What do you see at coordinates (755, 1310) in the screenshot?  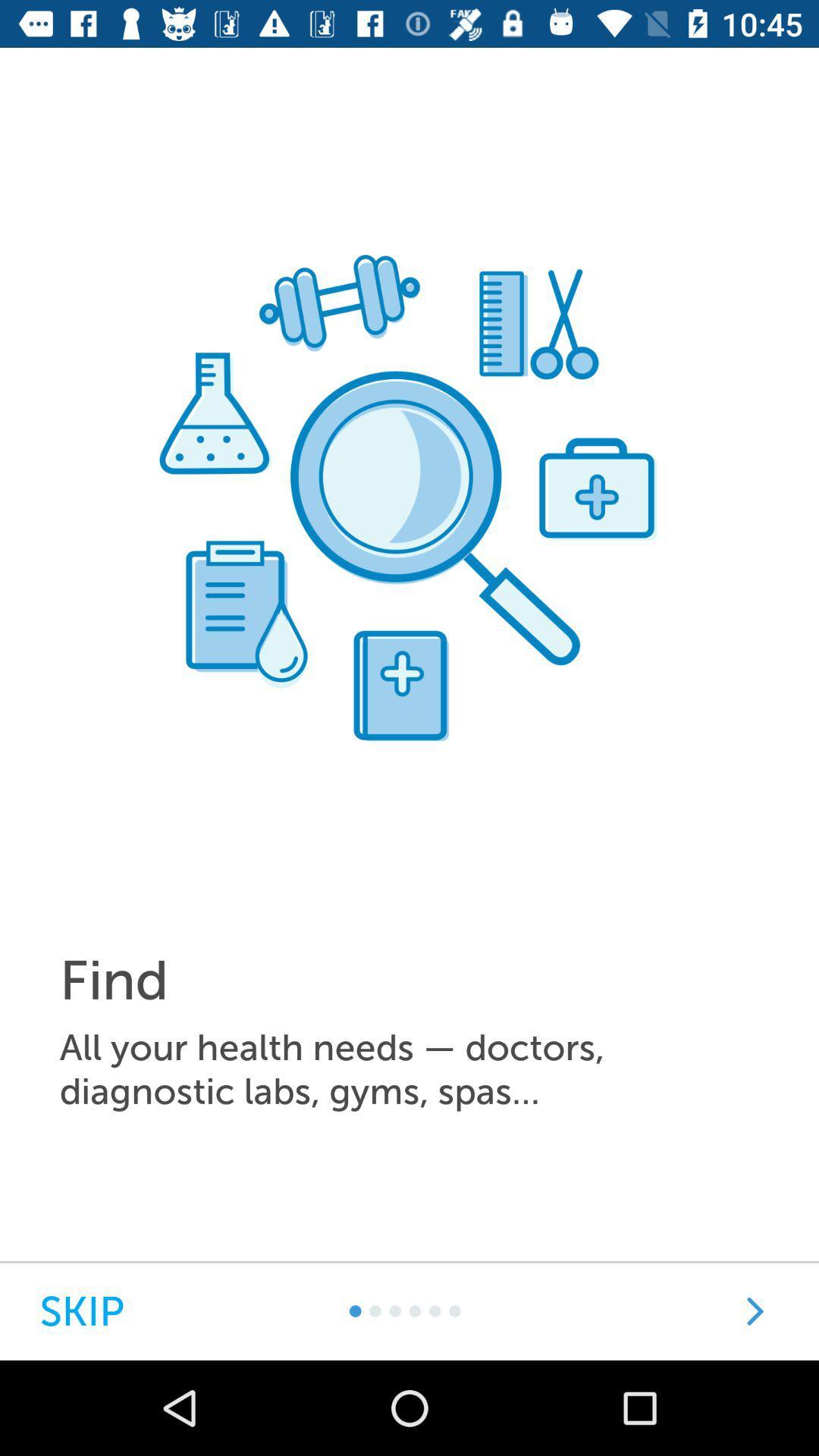 I see `go next` at bounding box center [755, 1310].